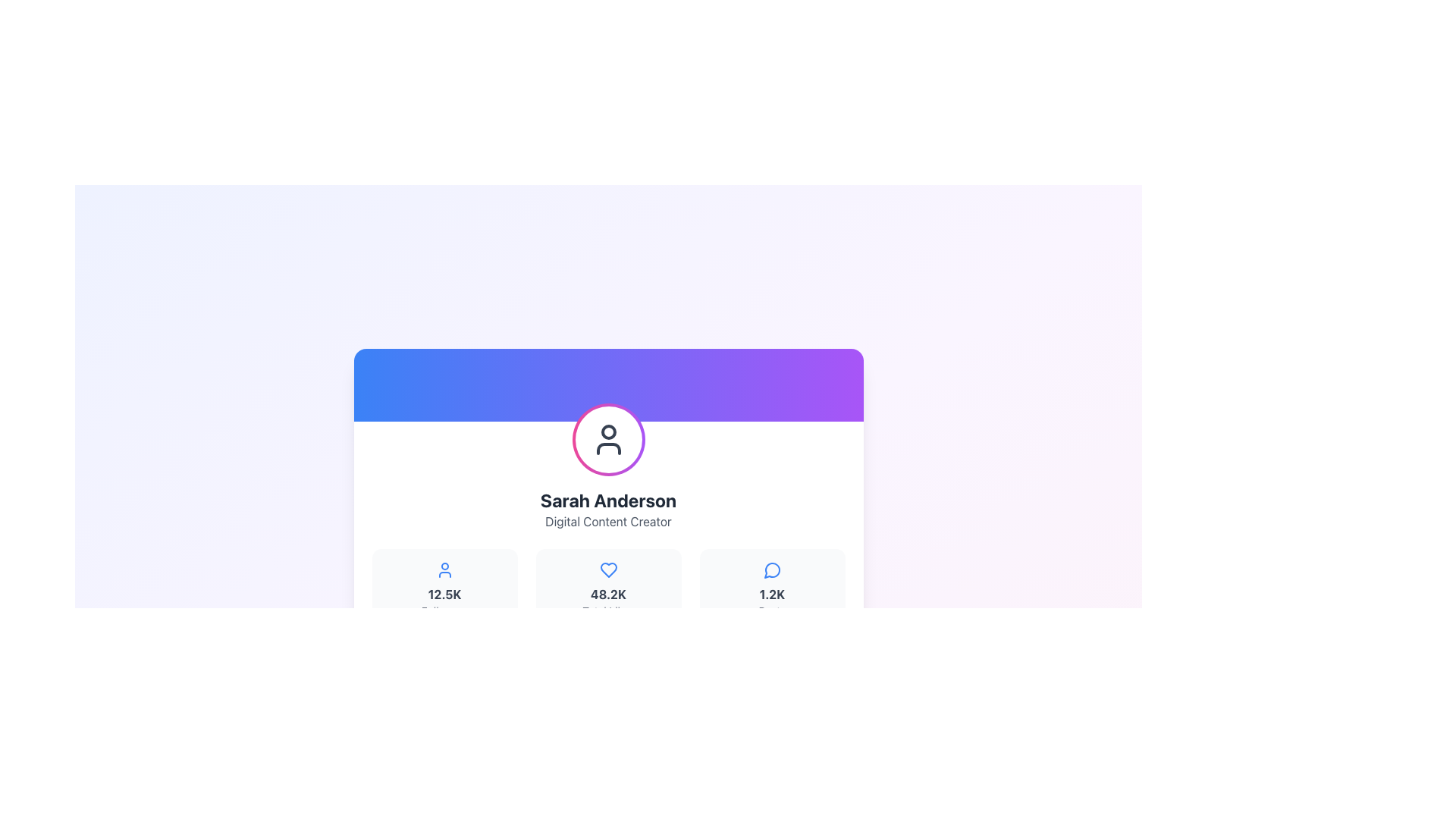 The width and height of the screenshot is (1456, 819). I want to click on any interactive sub-element within the Achievement display section located below the user statistics section on the profile card, so click(608, 711).